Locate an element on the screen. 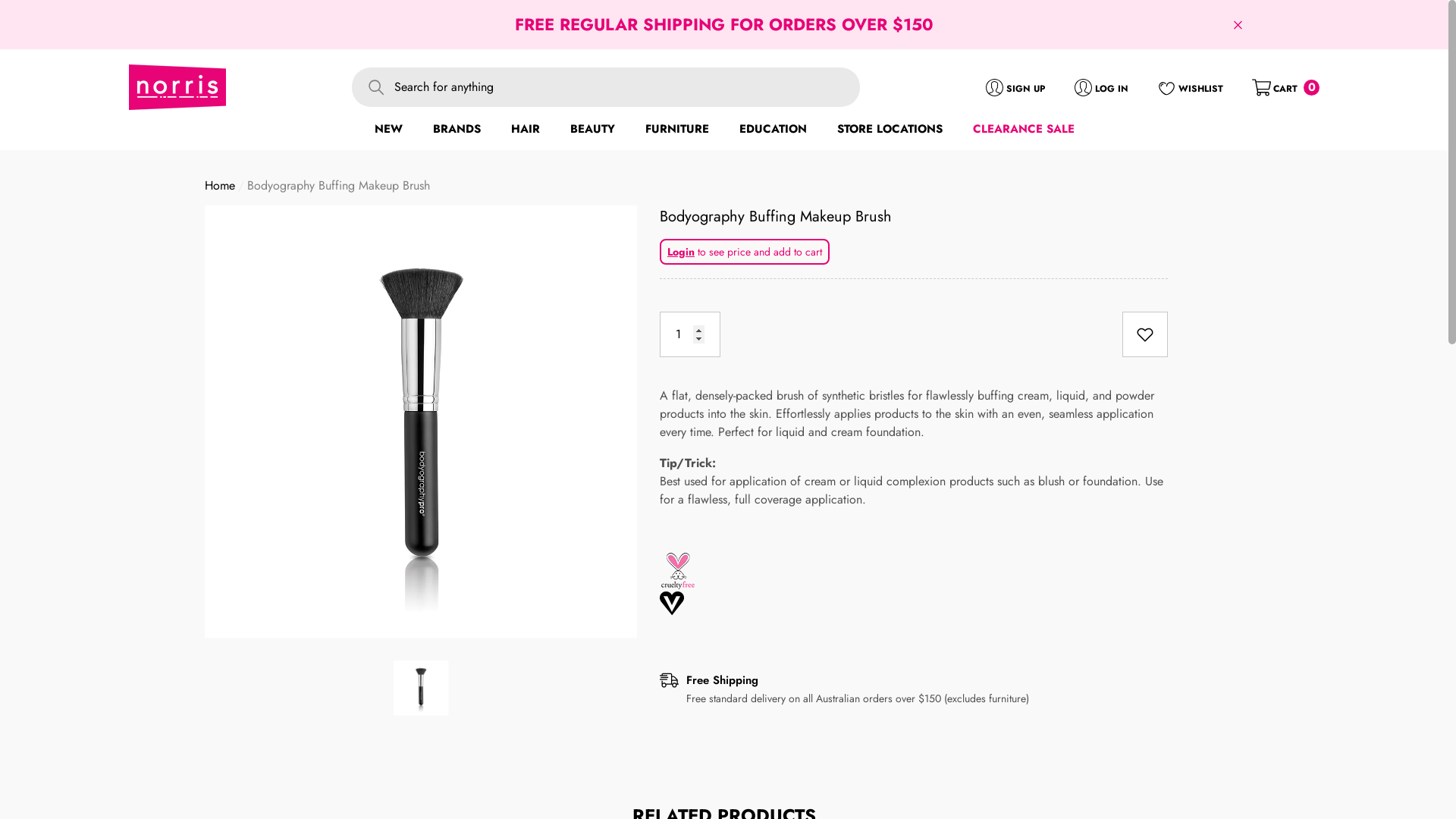 The height and width of the screenshot is (819, 1456). 'BEAUTY' is located at coordinates (591, 127).